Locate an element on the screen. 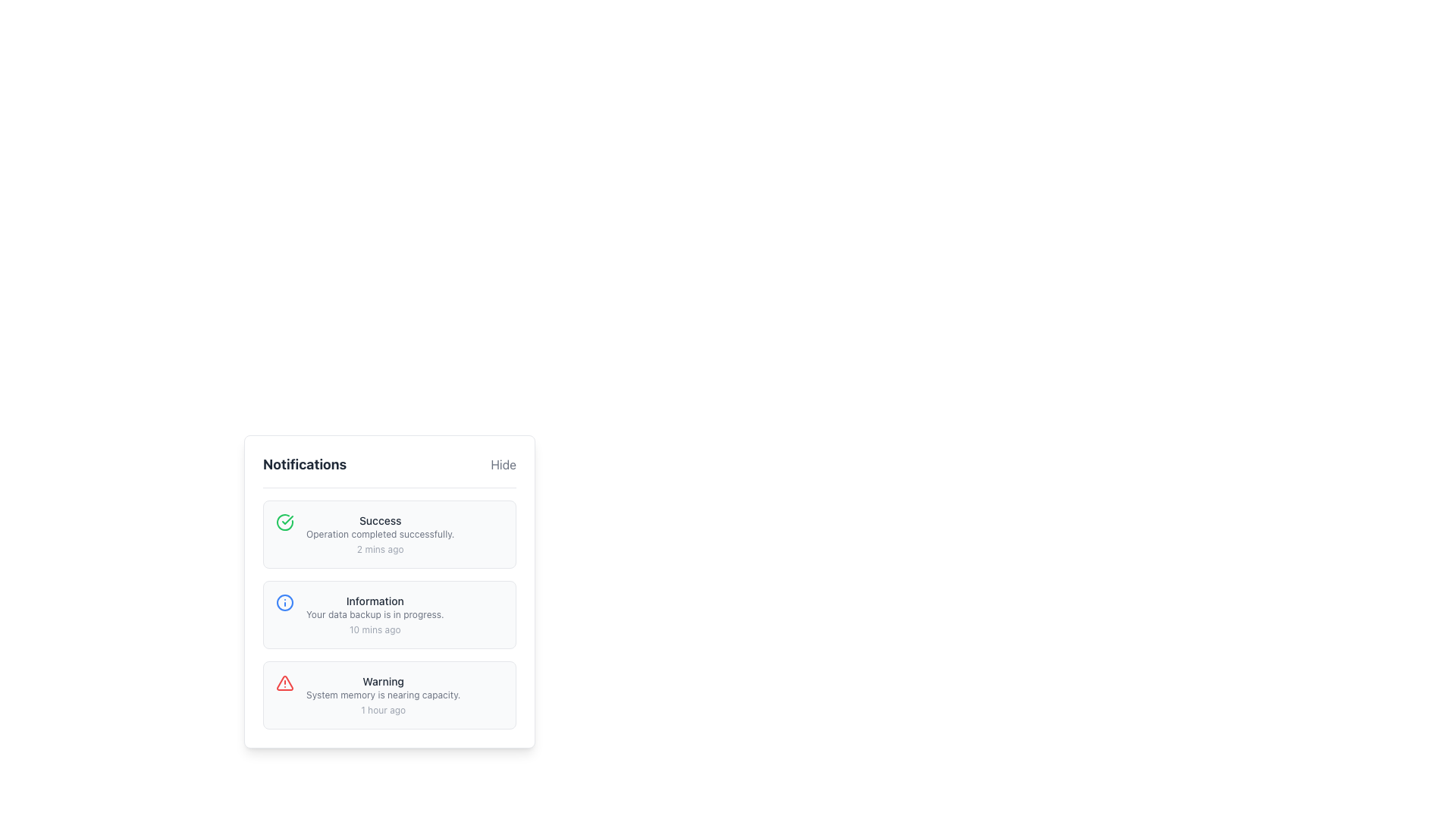 This screenshot has height=819, width=1456. the static text label serving as the title for the notification, located at the top of the notification card, above the subtitle and timestamp is located at coordinates (375, 601).